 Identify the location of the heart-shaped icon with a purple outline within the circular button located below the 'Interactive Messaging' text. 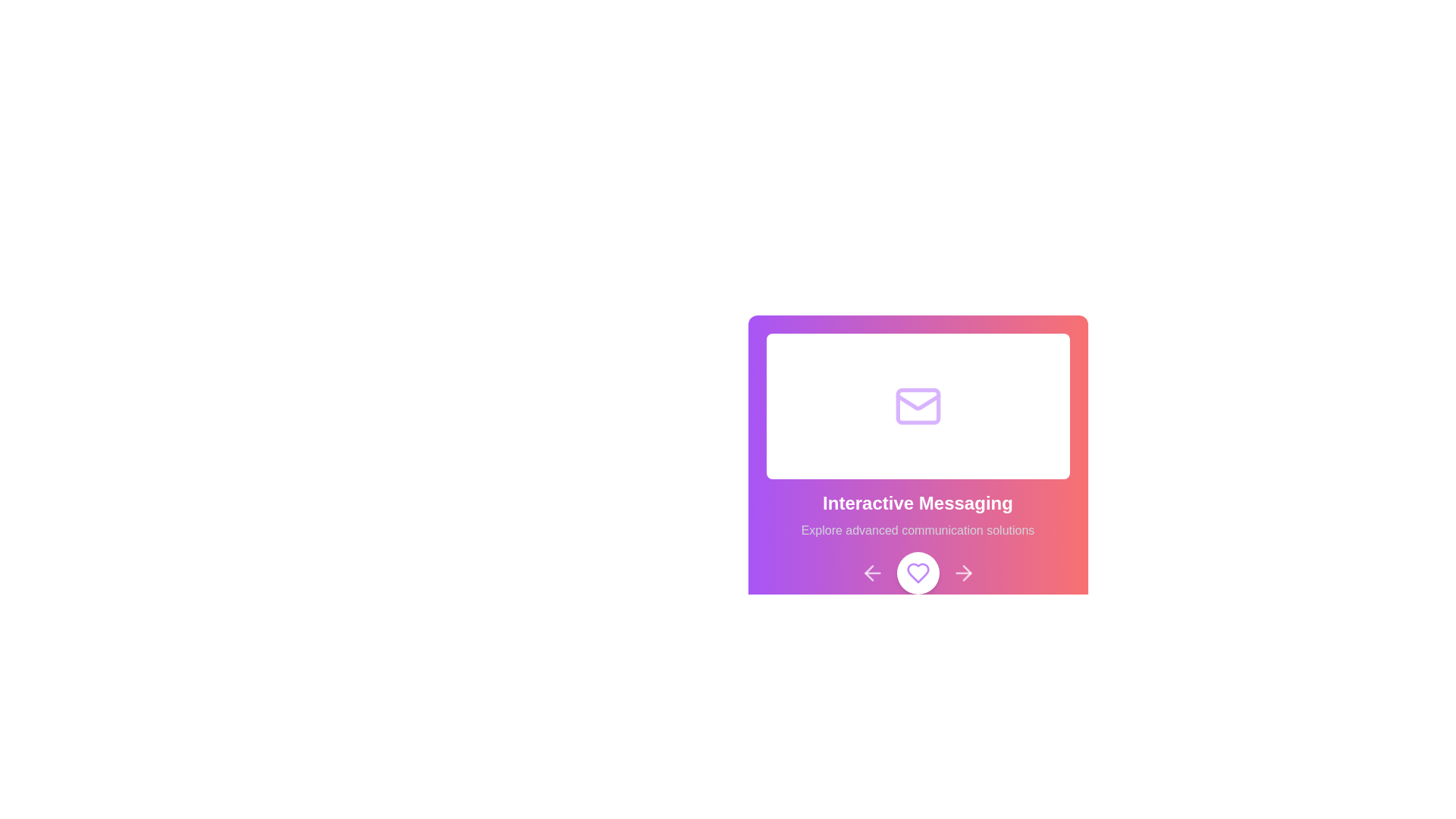
(917, 573).